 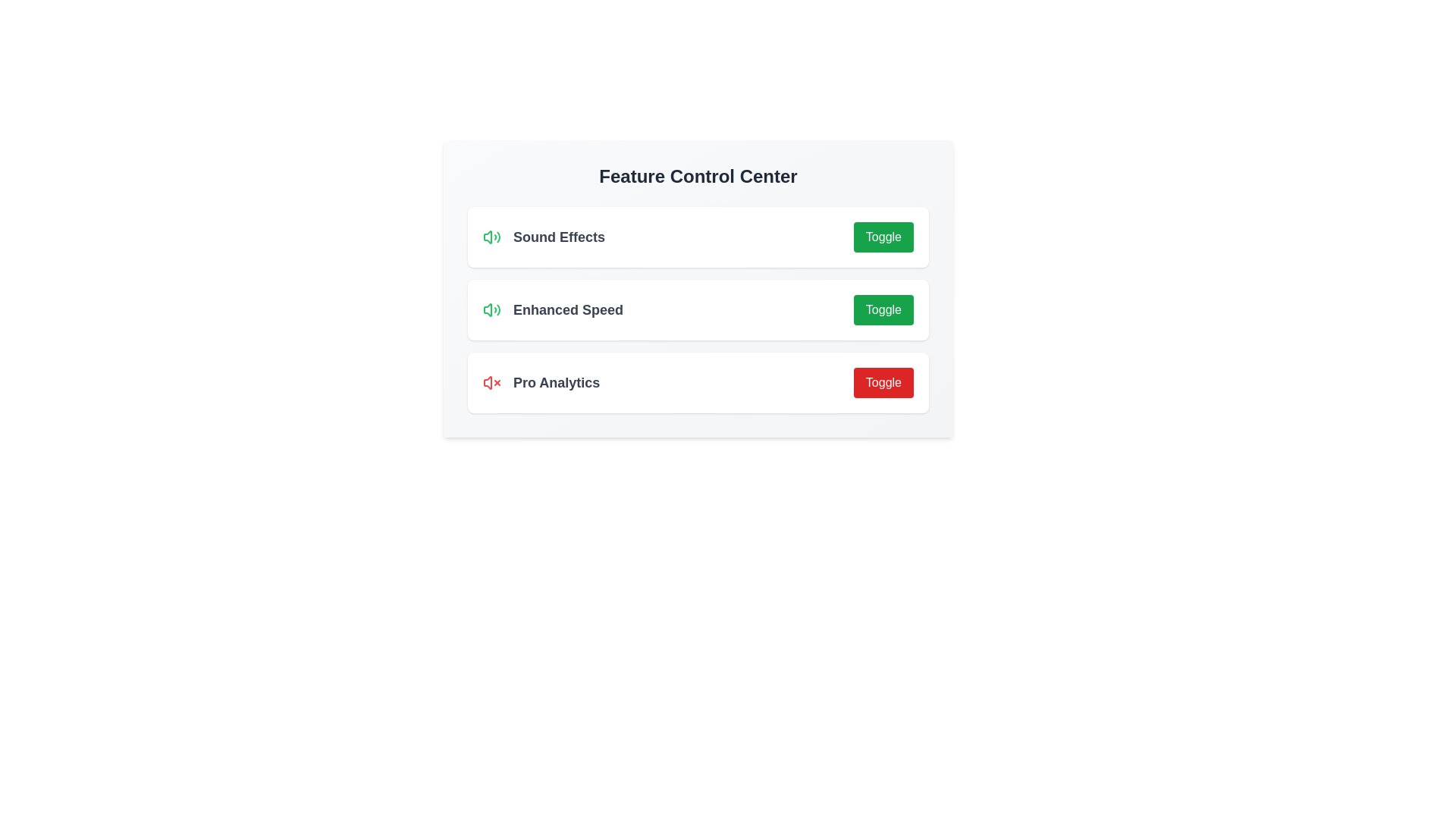 I want to click on the header text 'Feature Control Center' to confirm the component's identity, so click(x=698, y=175).